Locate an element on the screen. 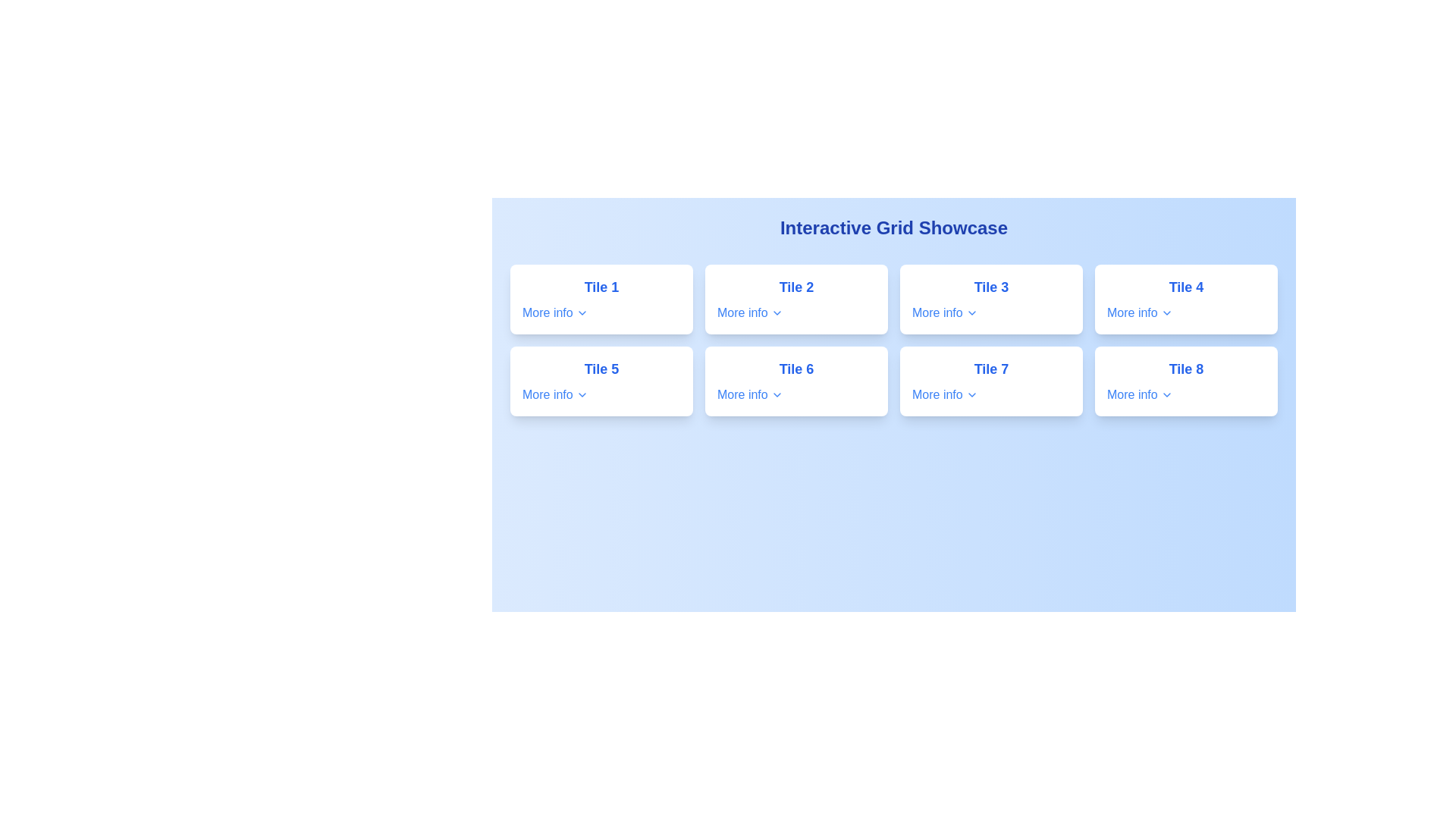 The width and height of the screenshot is (1456, 819). the chevron icon in the 'More info' section of 'Tile 7' is located at coordinates (971, 394).